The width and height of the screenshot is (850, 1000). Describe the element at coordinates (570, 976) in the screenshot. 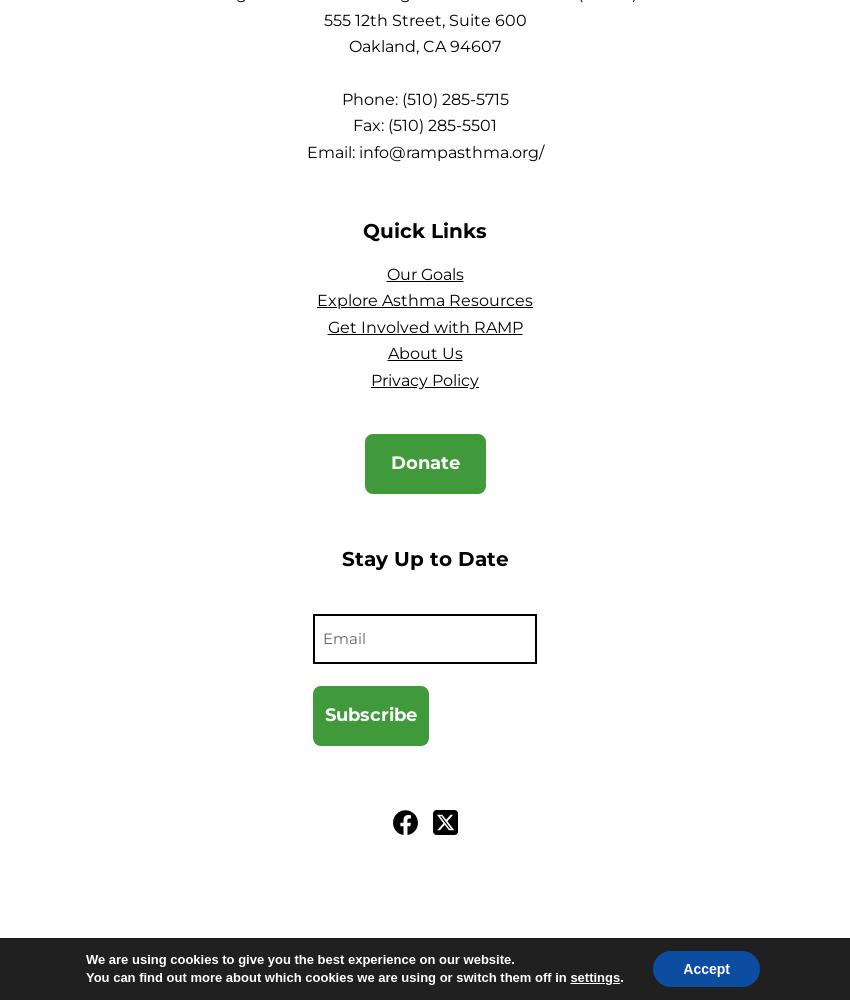

I see `'settings'` at that location.